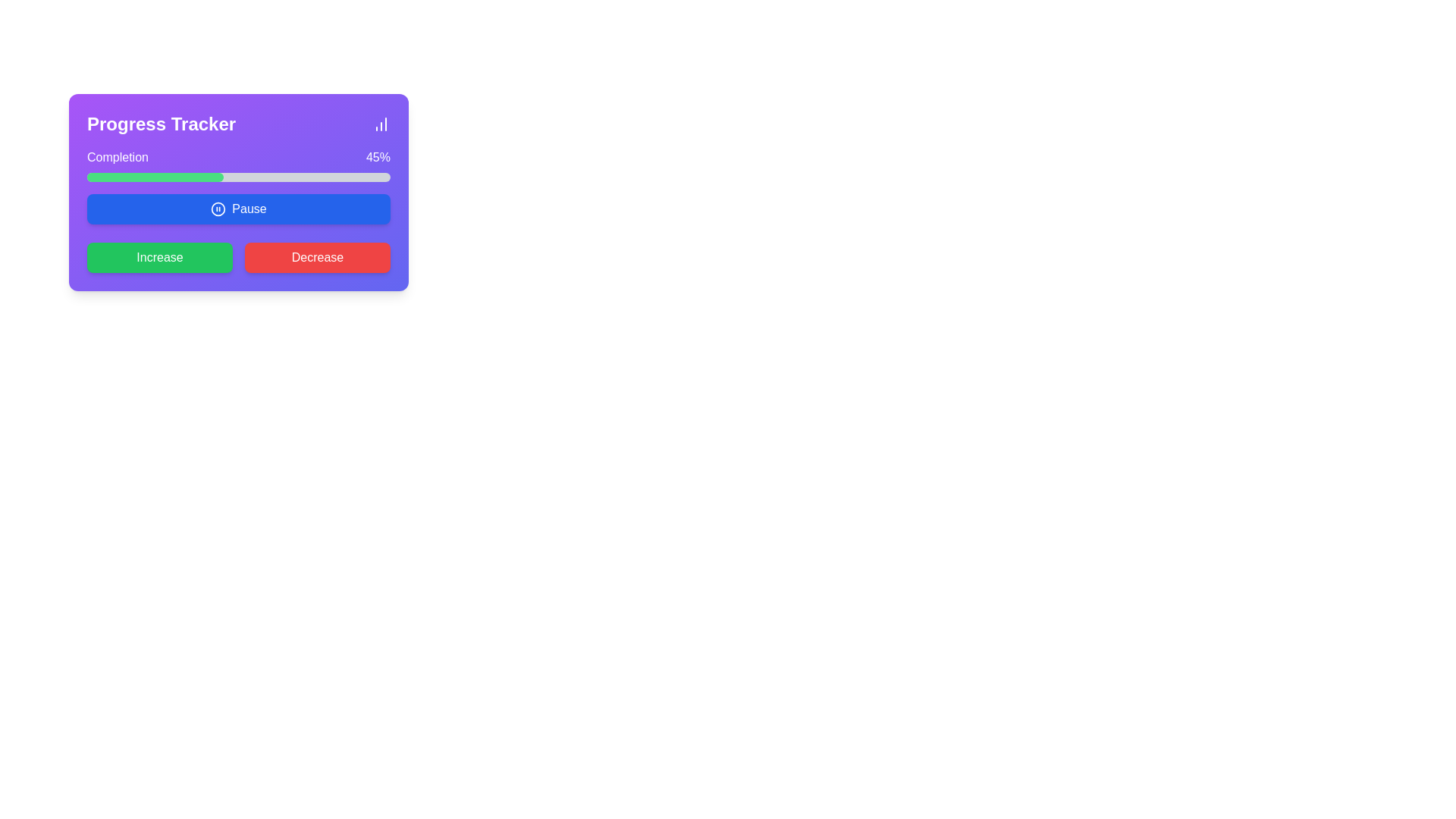 This screenshot has width=1456, height=819. Describe the element at coordinates (160, 256) in the screenshot. I see `the green 'Increase' button with rounded corners` at that location.